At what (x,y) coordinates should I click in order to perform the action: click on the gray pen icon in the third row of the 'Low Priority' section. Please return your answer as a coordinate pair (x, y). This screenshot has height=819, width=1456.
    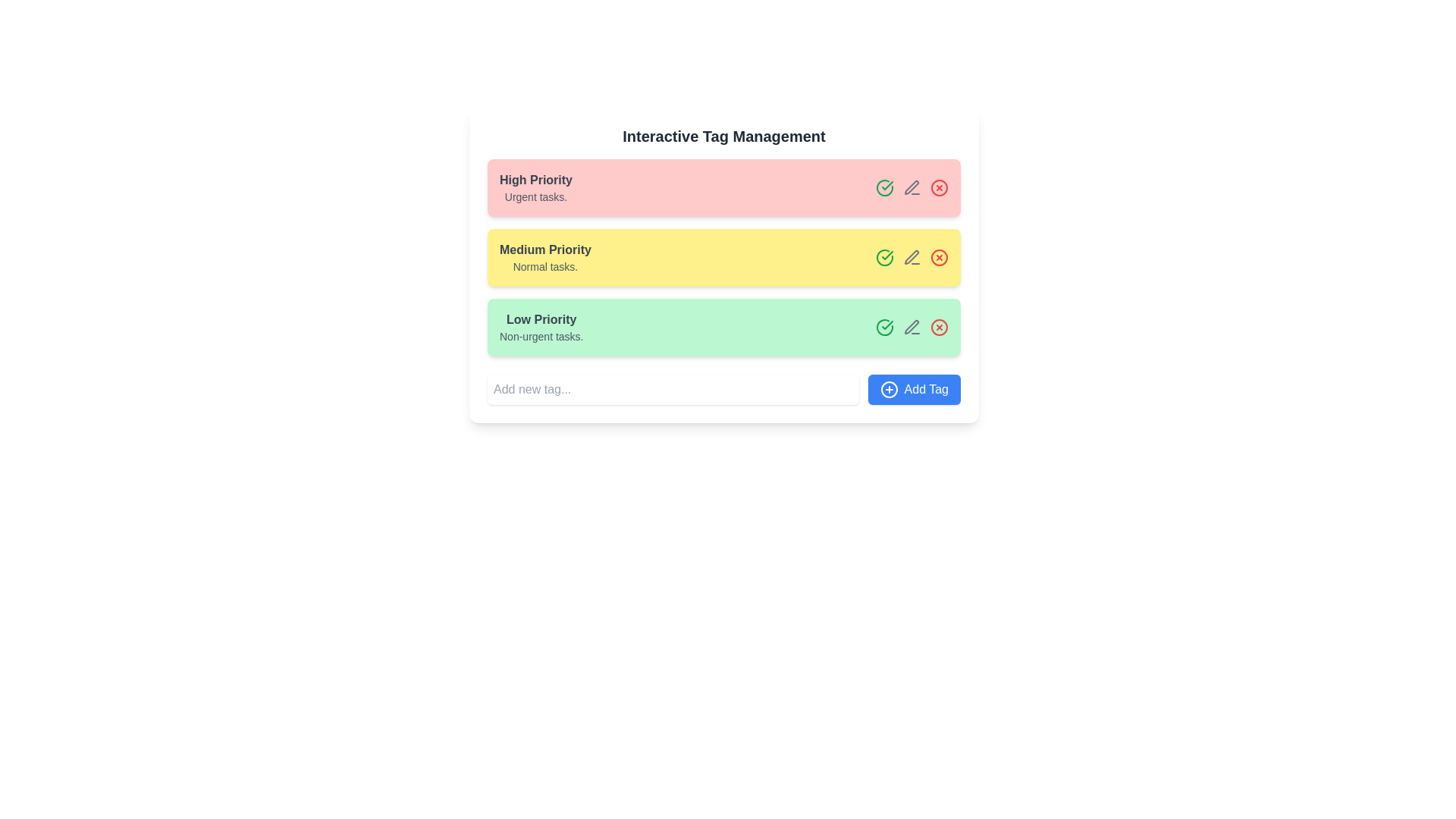
    Looking at the image, I should click on (912, 327).